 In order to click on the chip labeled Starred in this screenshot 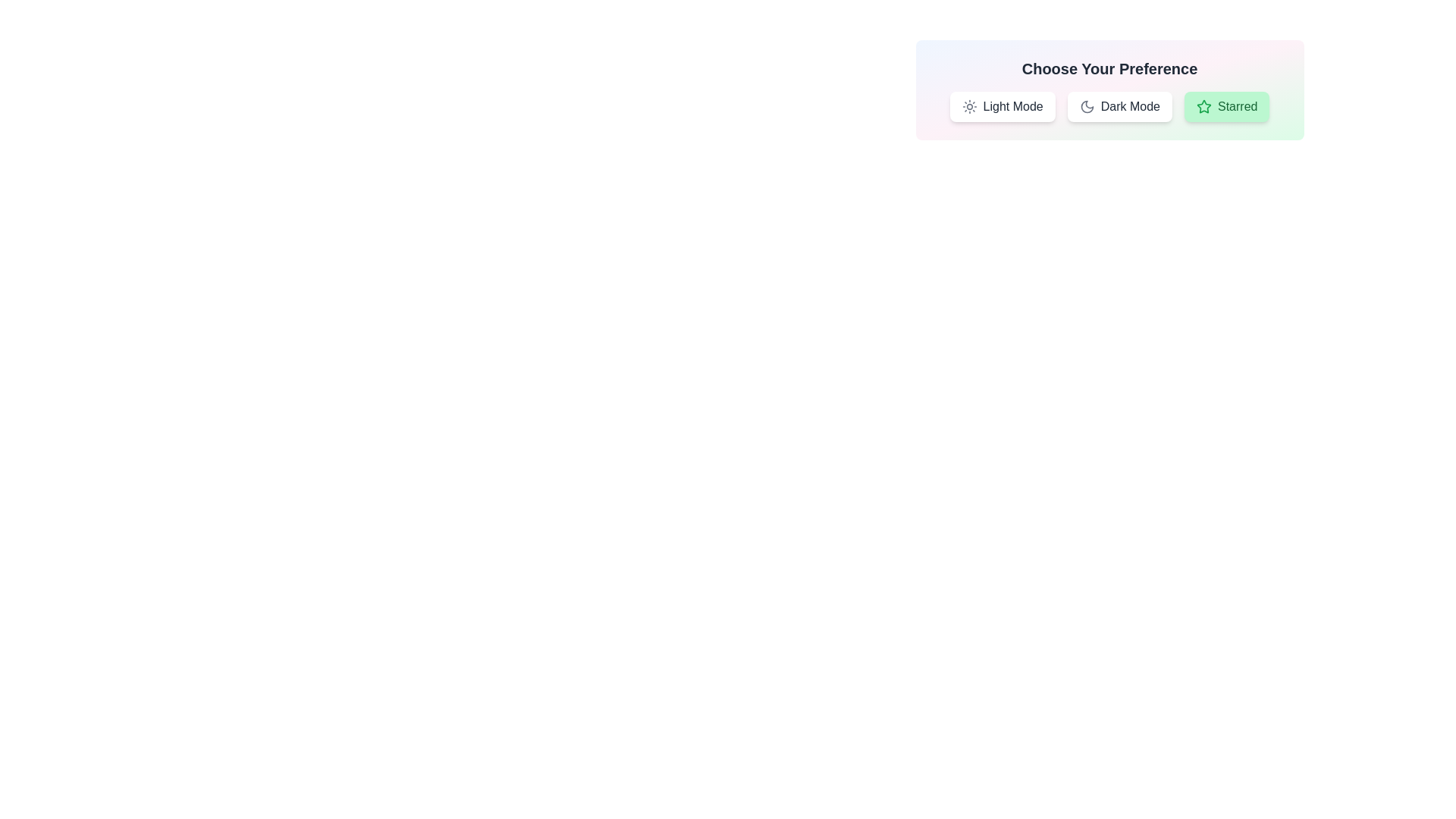, I will do `click(1226, 106)`.